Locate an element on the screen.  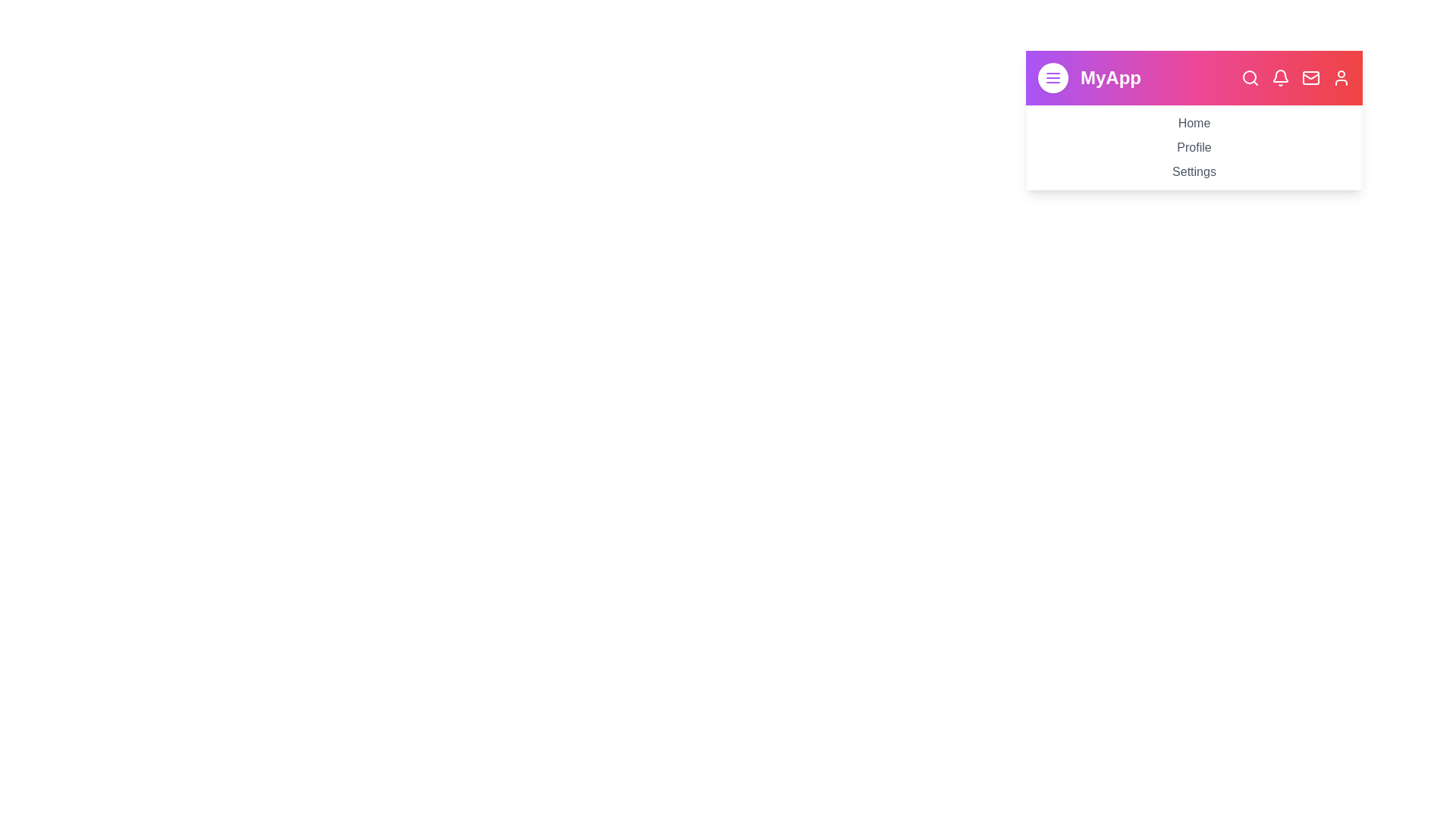
the menu button to toggle the menu visibility is located at coordinates (1052, 78).